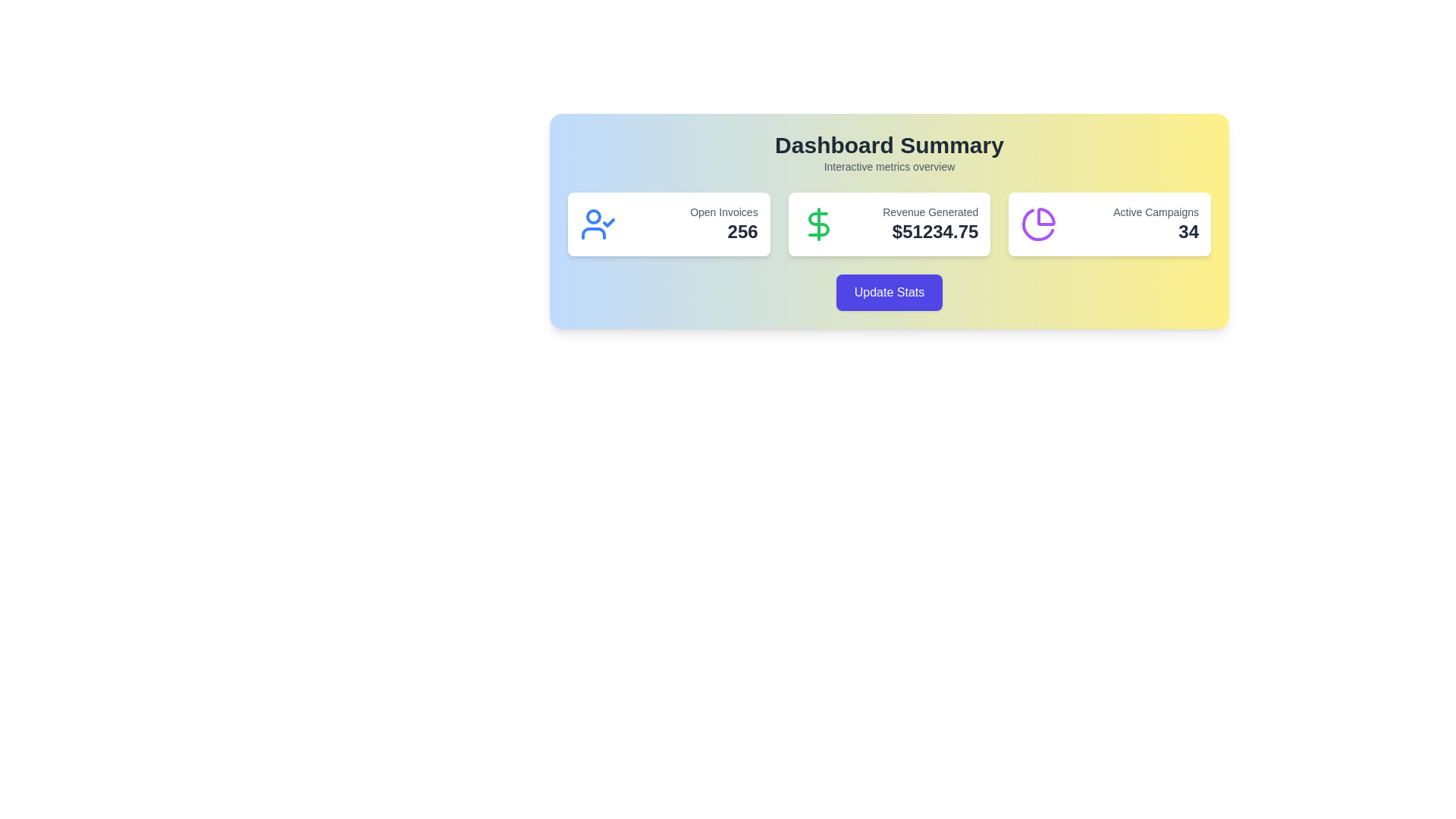  I want to click on the representation of the shaded segment within the pie-chart icon located in the 'Active Campaigns' card on the main dashboard, so click(1046, 217).